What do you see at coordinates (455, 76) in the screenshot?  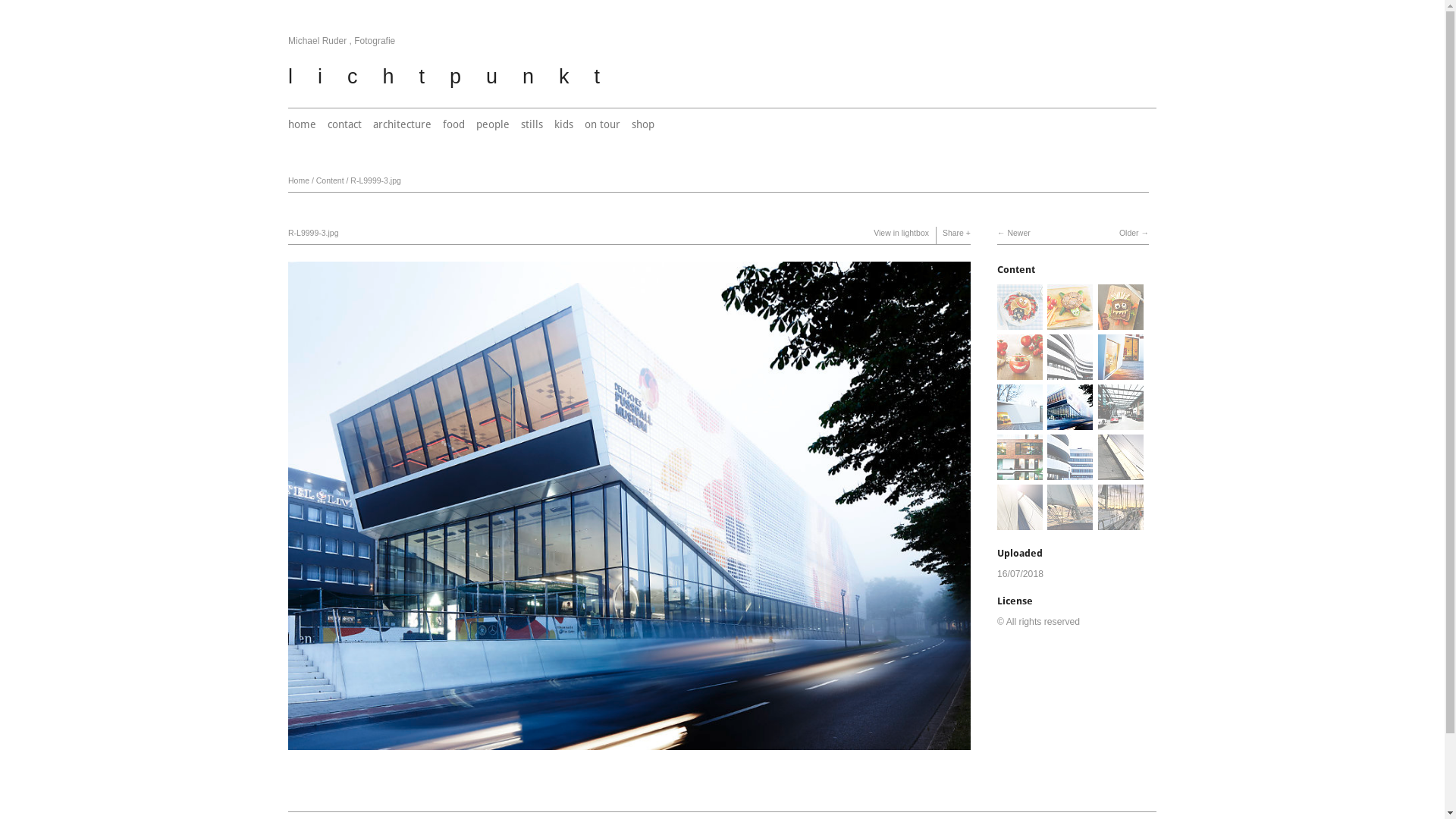 I see `'lichtpunkt'` at bounding box center [455, 76].